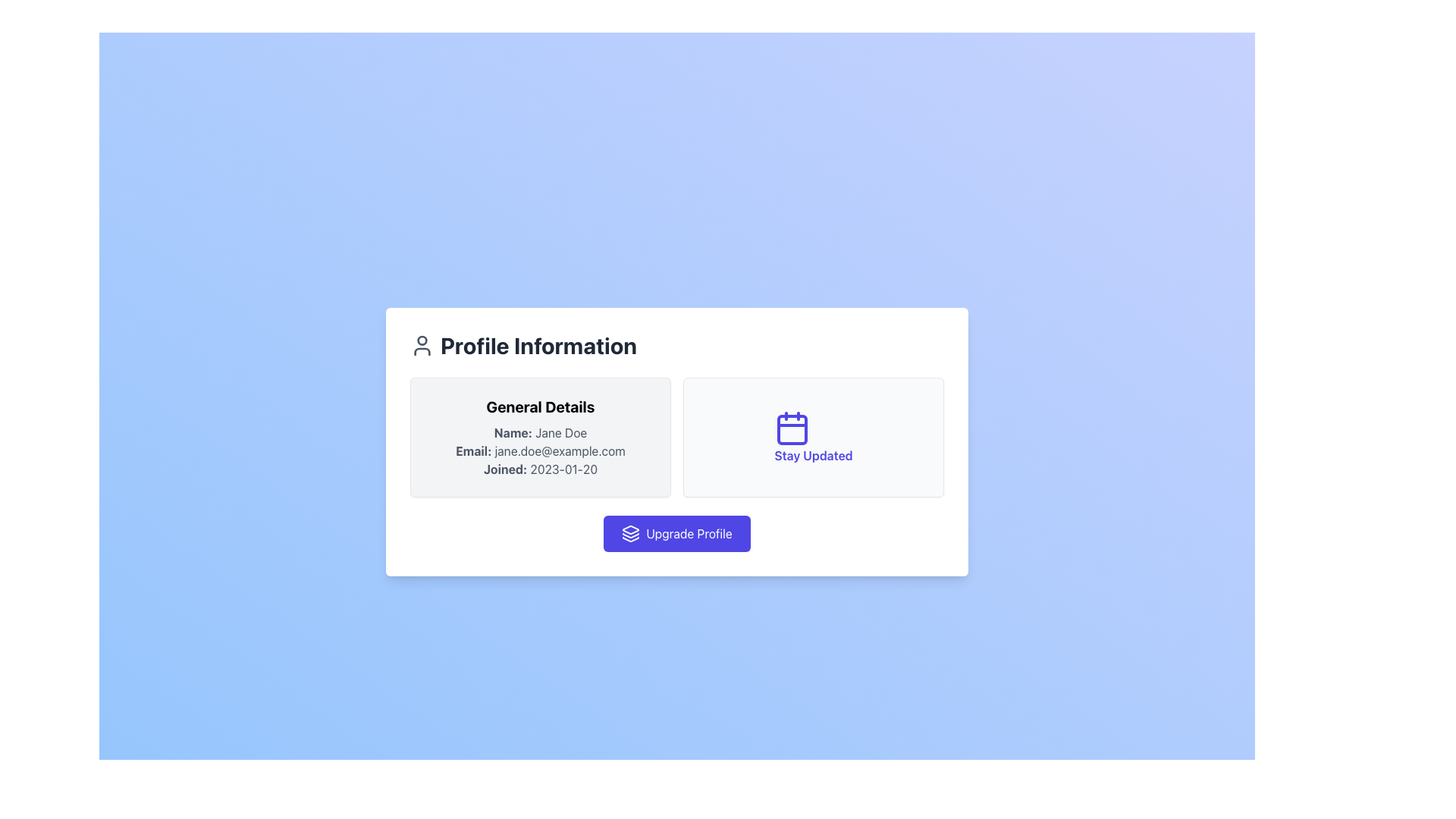  I want to click on the middle trapezoidal layer icon in the grayscale stack of graphical layers, so click(631, 535).